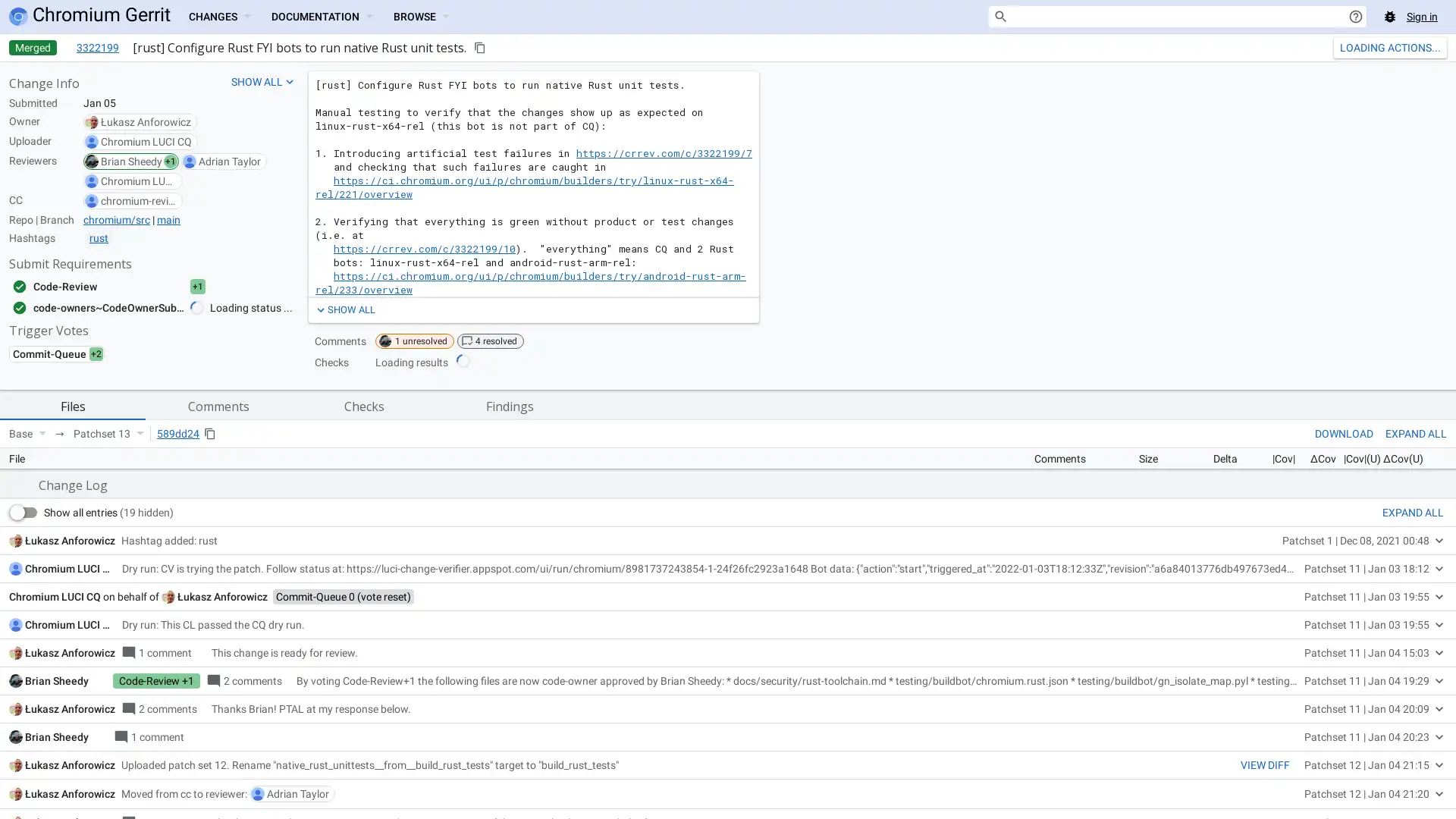 Image resolution: width=1456 pixels, height=819 pixels. What do you see at coordinates (124, 287) in the screenshot?
I see `satisfied Code-Review +1` at bounding box center [124, 287].